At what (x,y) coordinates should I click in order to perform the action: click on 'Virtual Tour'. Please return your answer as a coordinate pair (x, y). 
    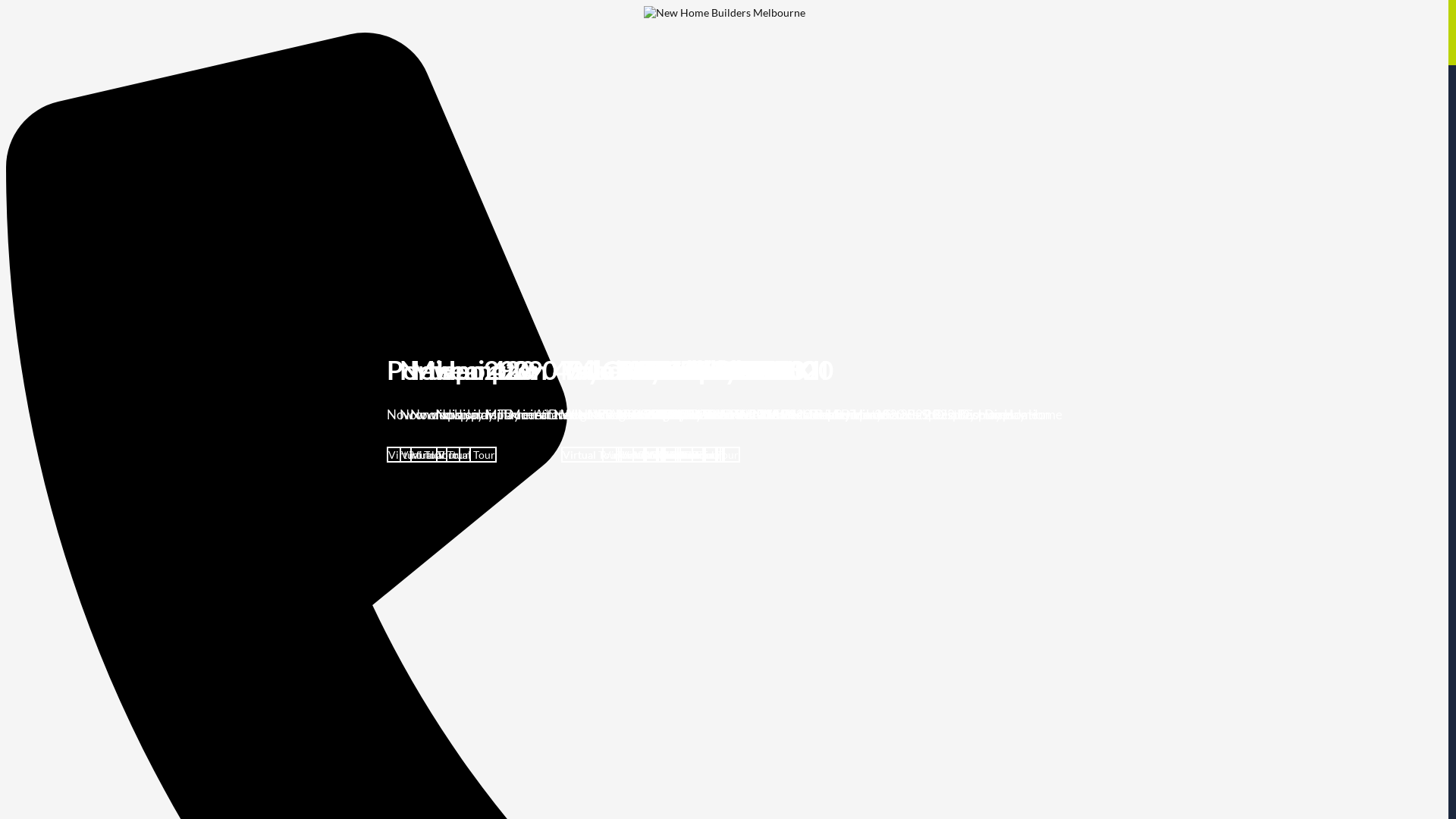
    Looking at the image, I should click on (659, 453).